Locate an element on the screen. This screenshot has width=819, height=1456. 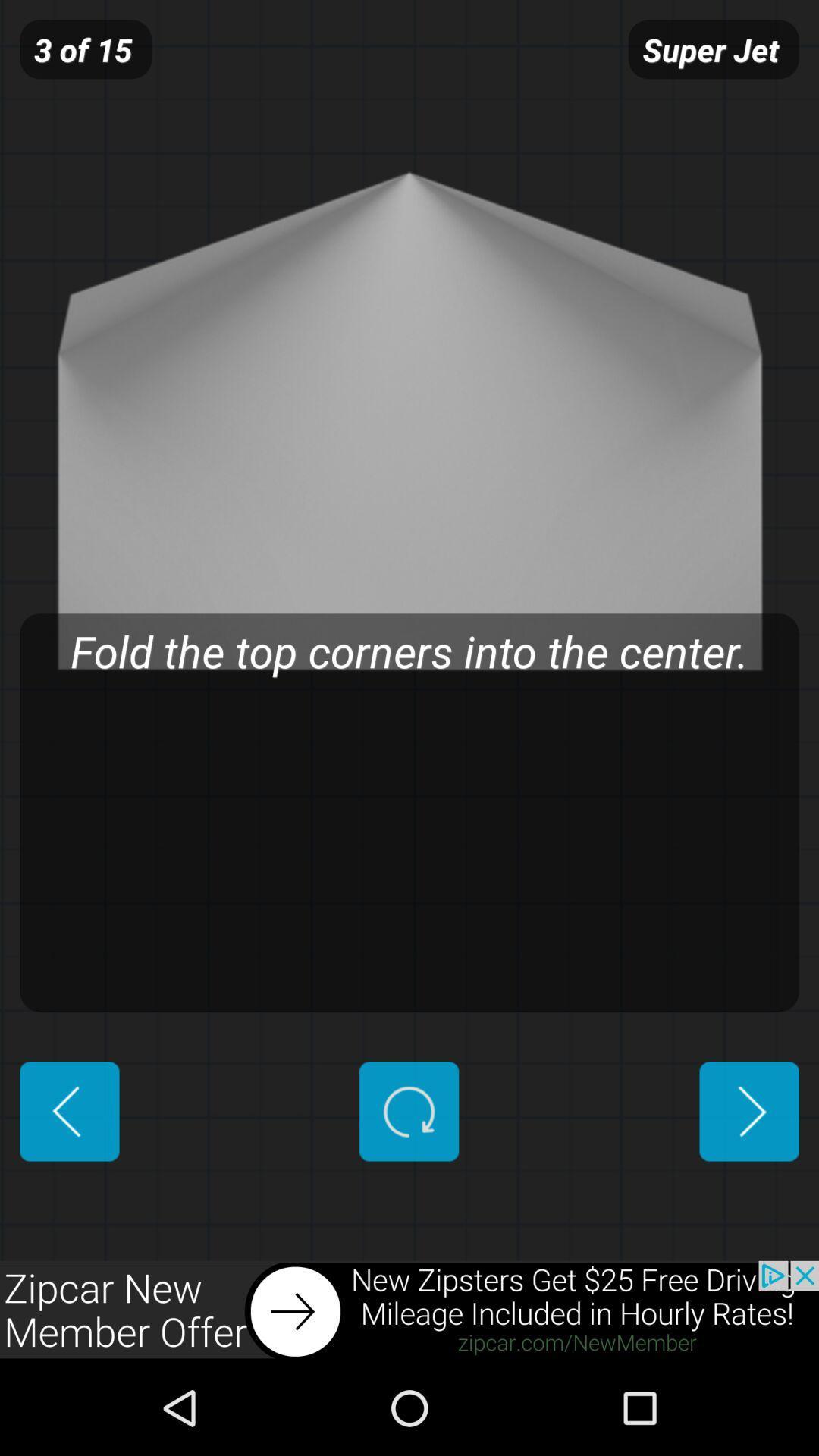
the arrow_forward icon is located at coordinates (748, 1188).